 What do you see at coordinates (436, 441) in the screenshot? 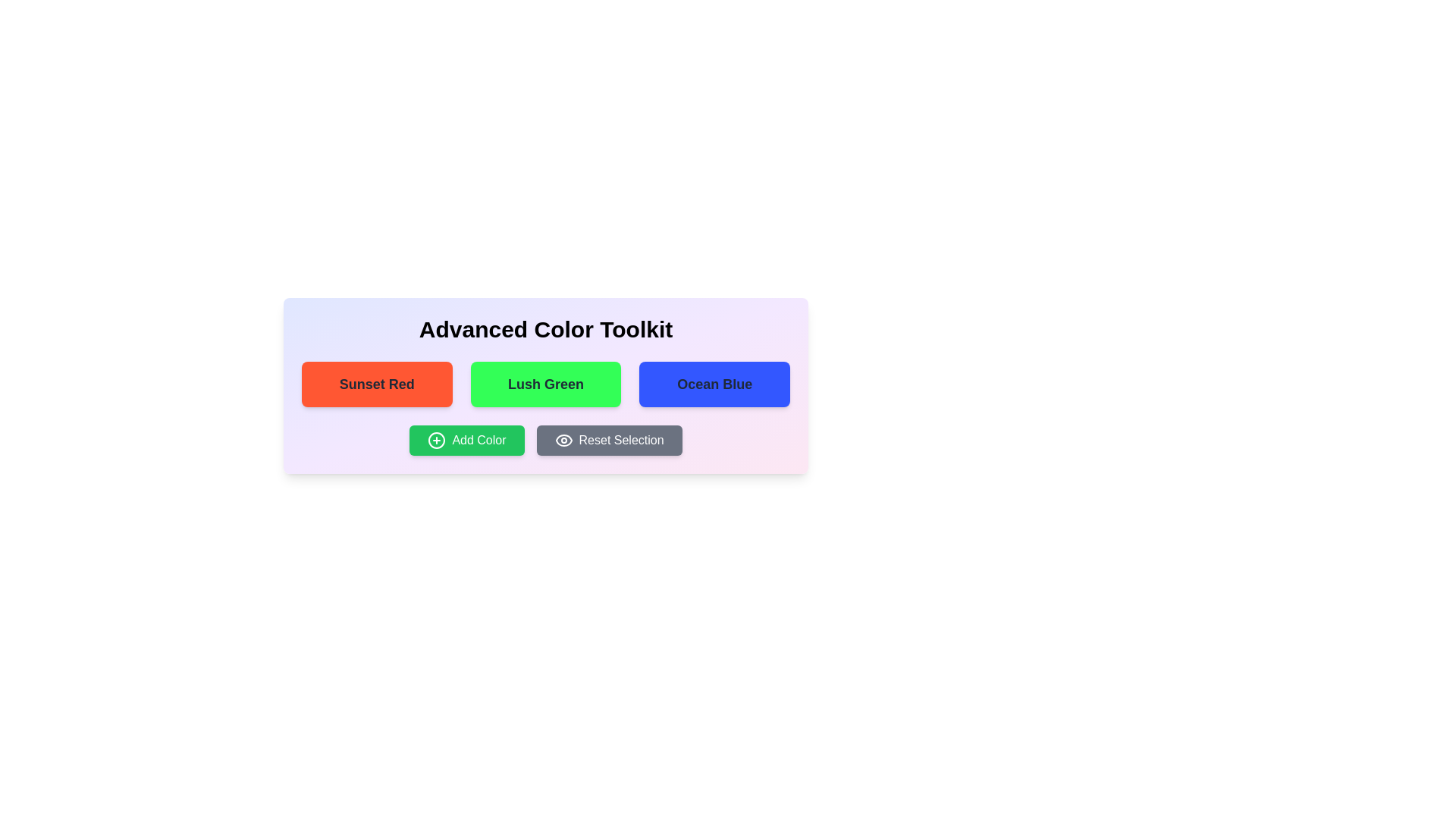
I see `the icon within the 'Add Color' button` at bounding box center [436, 441].